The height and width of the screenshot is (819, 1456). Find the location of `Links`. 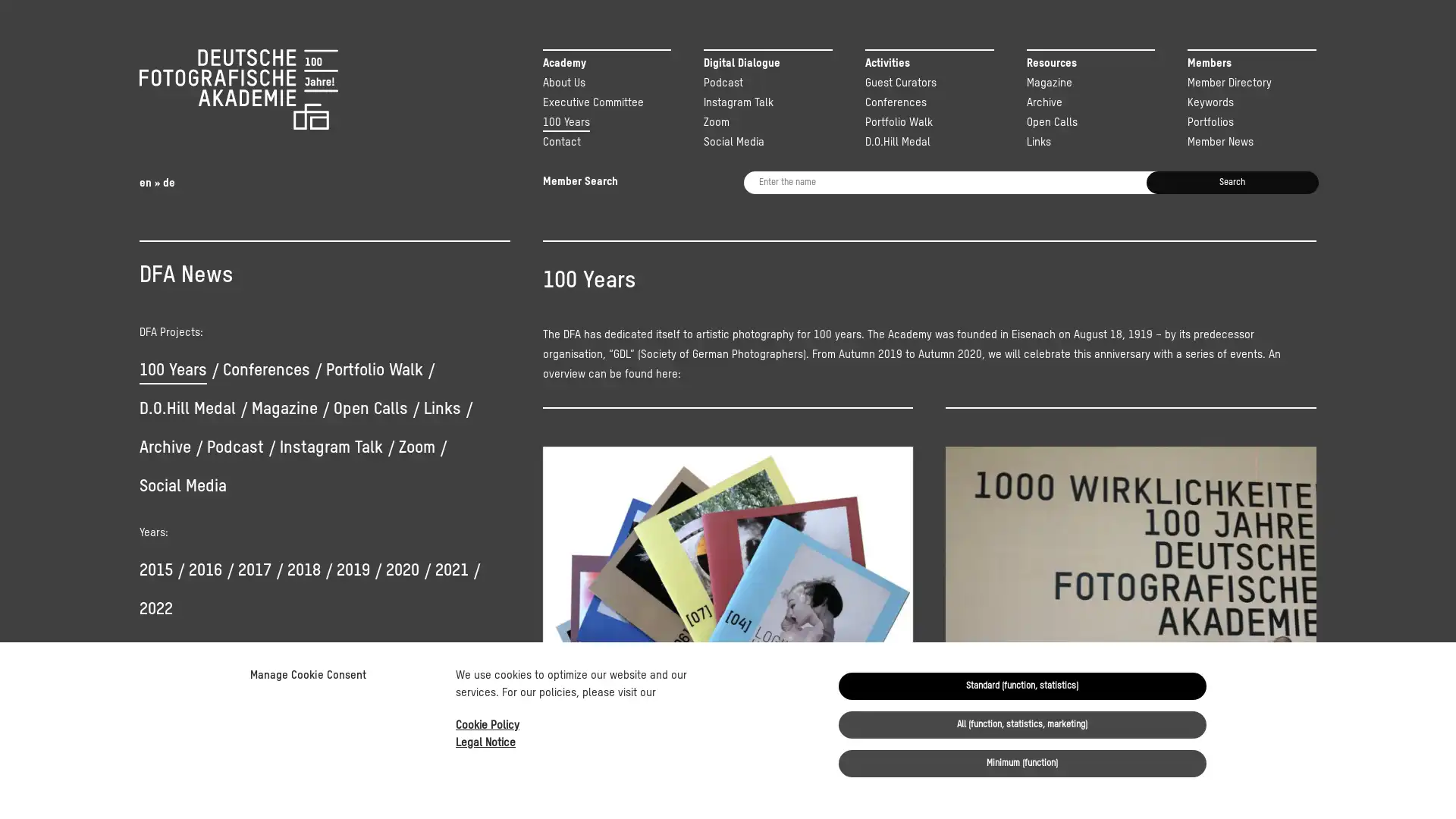

Links is located at coordinates (441, 409).